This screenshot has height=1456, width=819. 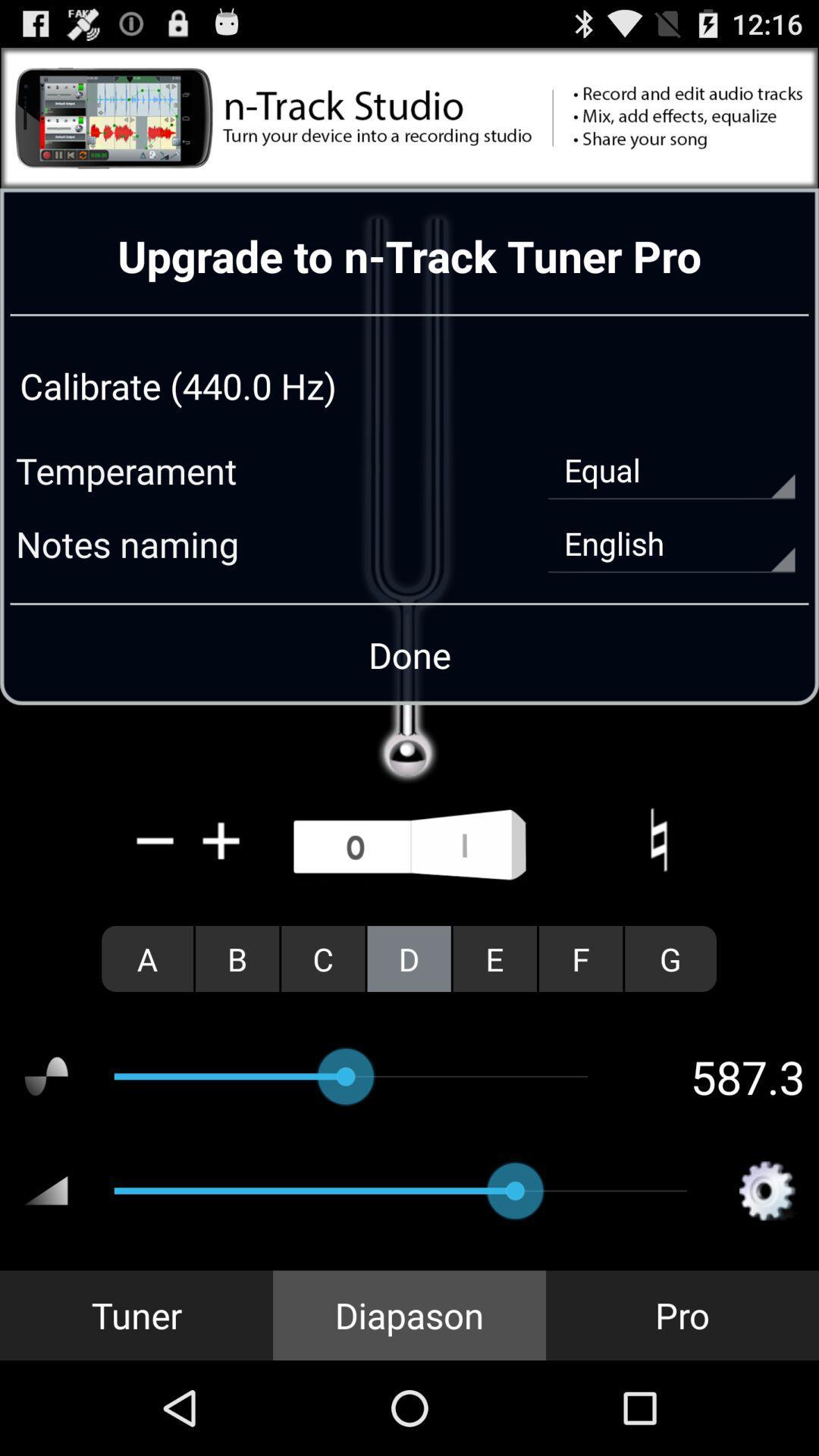 I want to click on the icon to the left of c radio button, so click(x=237, y=958).